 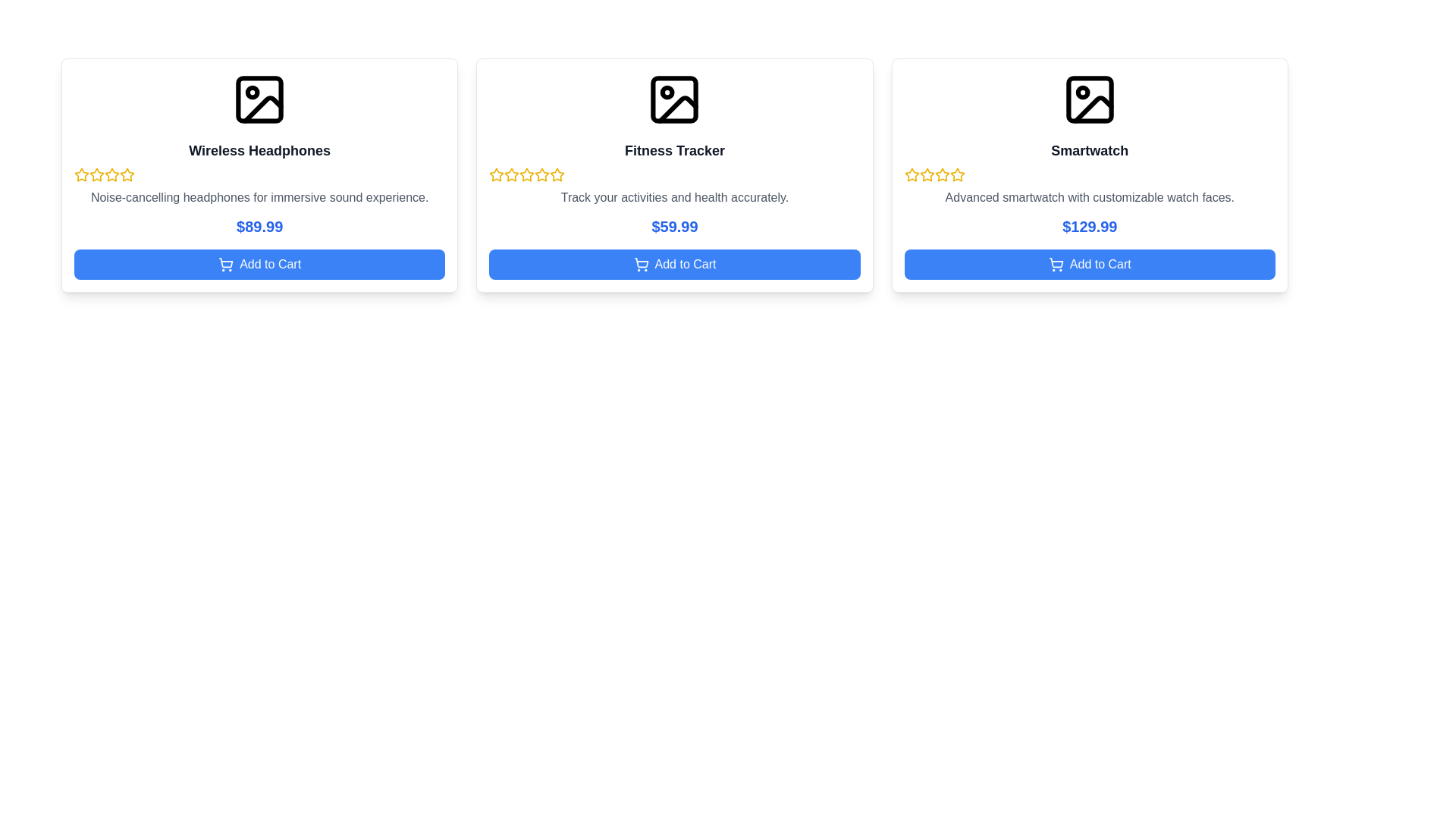 What do you see at coordinates (673, 227) in the screenshot?
I see `the price label displaying '$59.99' in bold blue font within the Fitness Tracker product card, located between the description text and the 'Add to Cart' button` at bounding box center [673, 227].